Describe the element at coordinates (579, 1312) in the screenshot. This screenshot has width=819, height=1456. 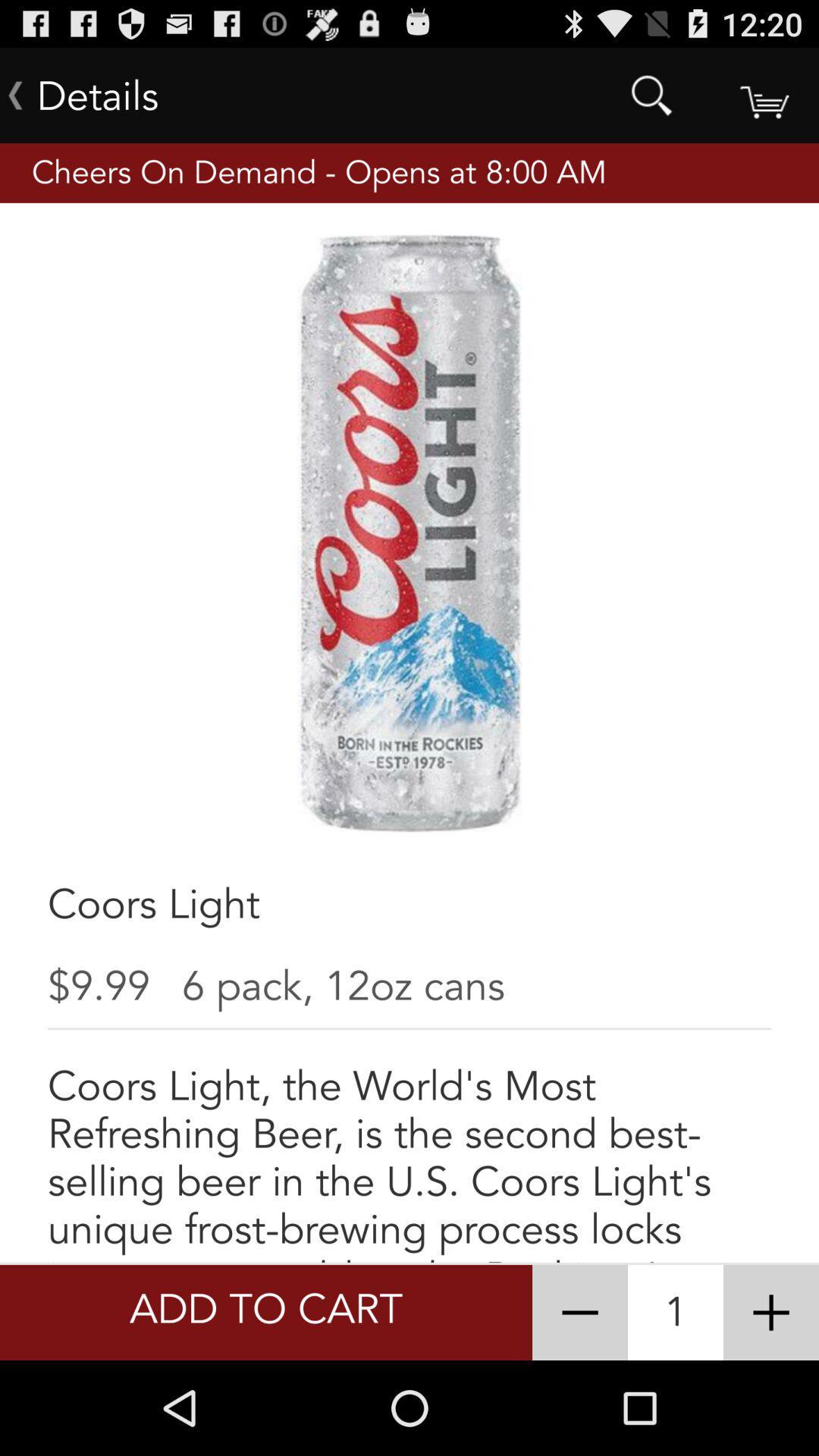
I see `item to the right of the add to cart icon` at that location.